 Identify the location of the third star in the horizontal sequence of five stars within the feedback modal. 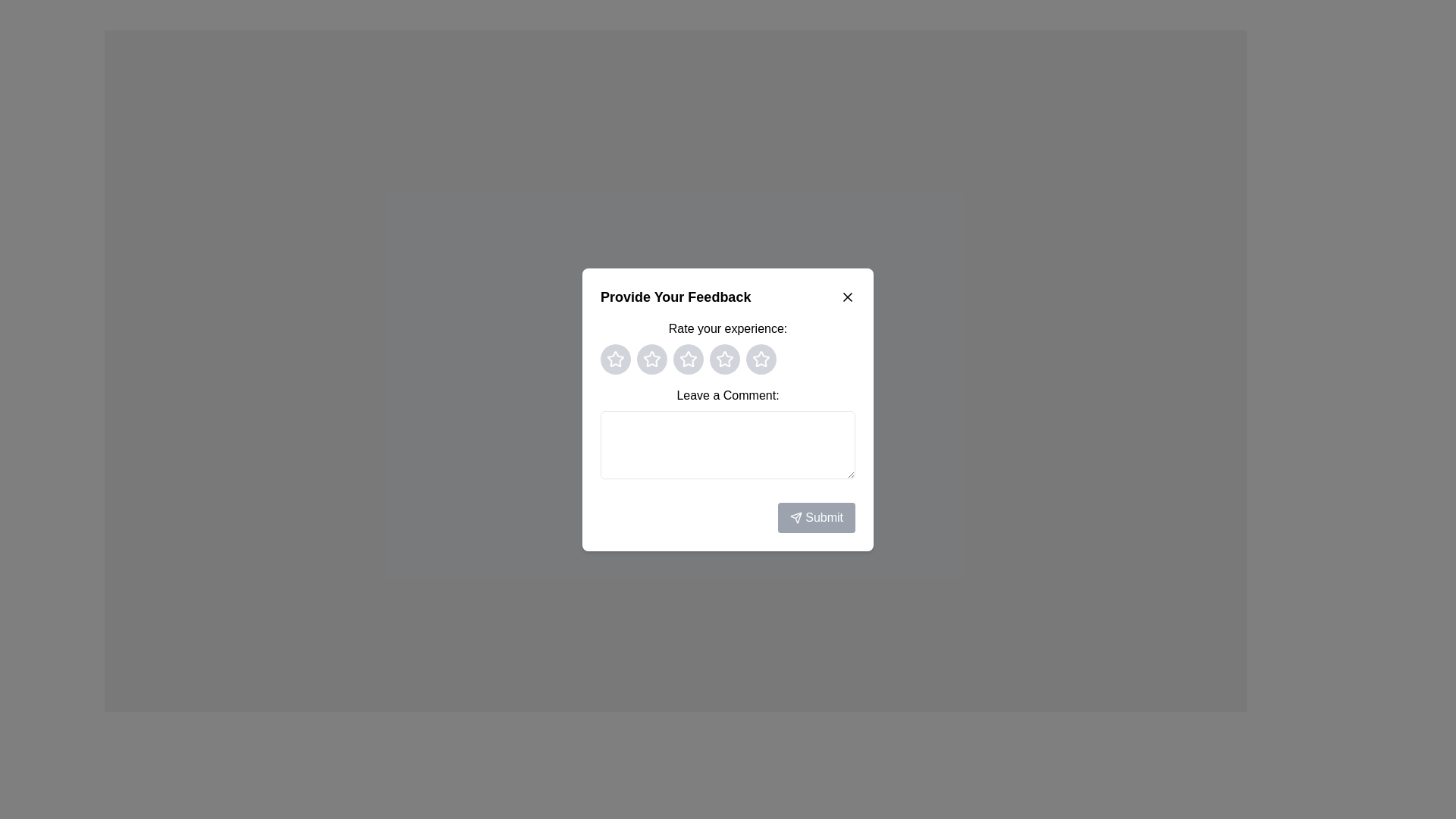
(687, 359).